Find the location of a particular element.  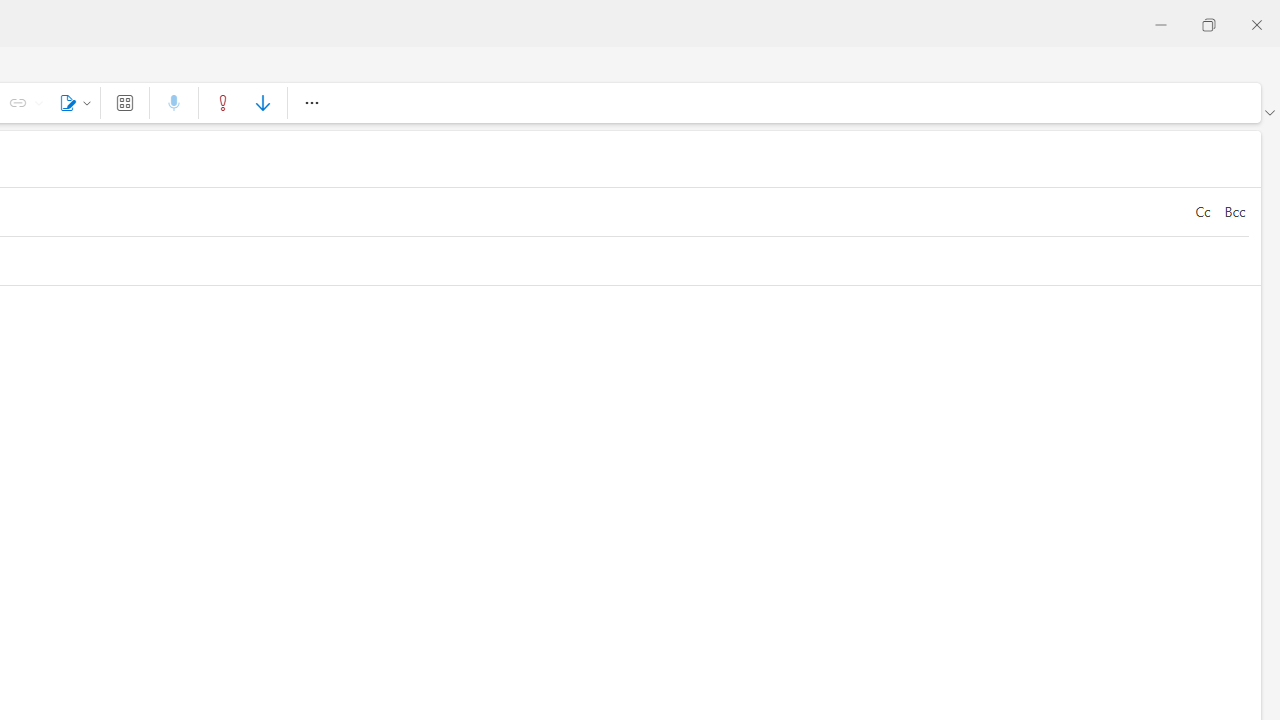

'Low importance' is located at coordinates (262, 102).